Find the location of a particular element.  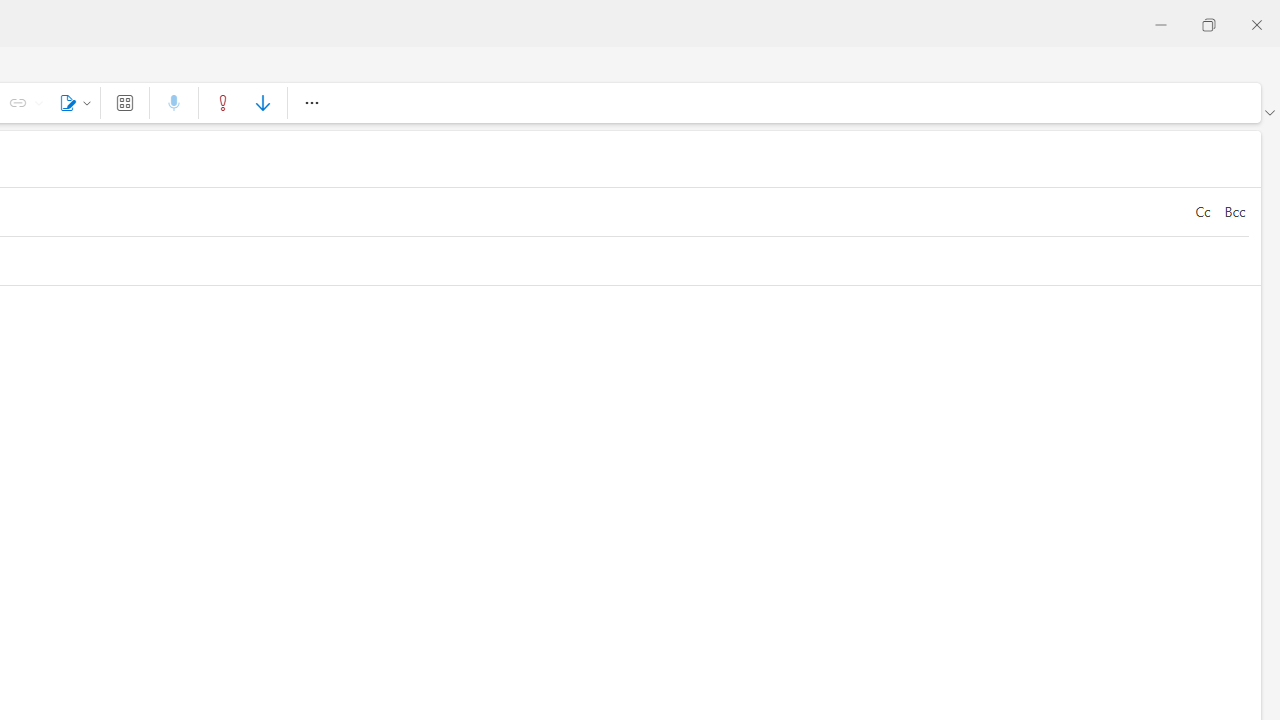

'Low importance' is located at coordinates (262, 102).